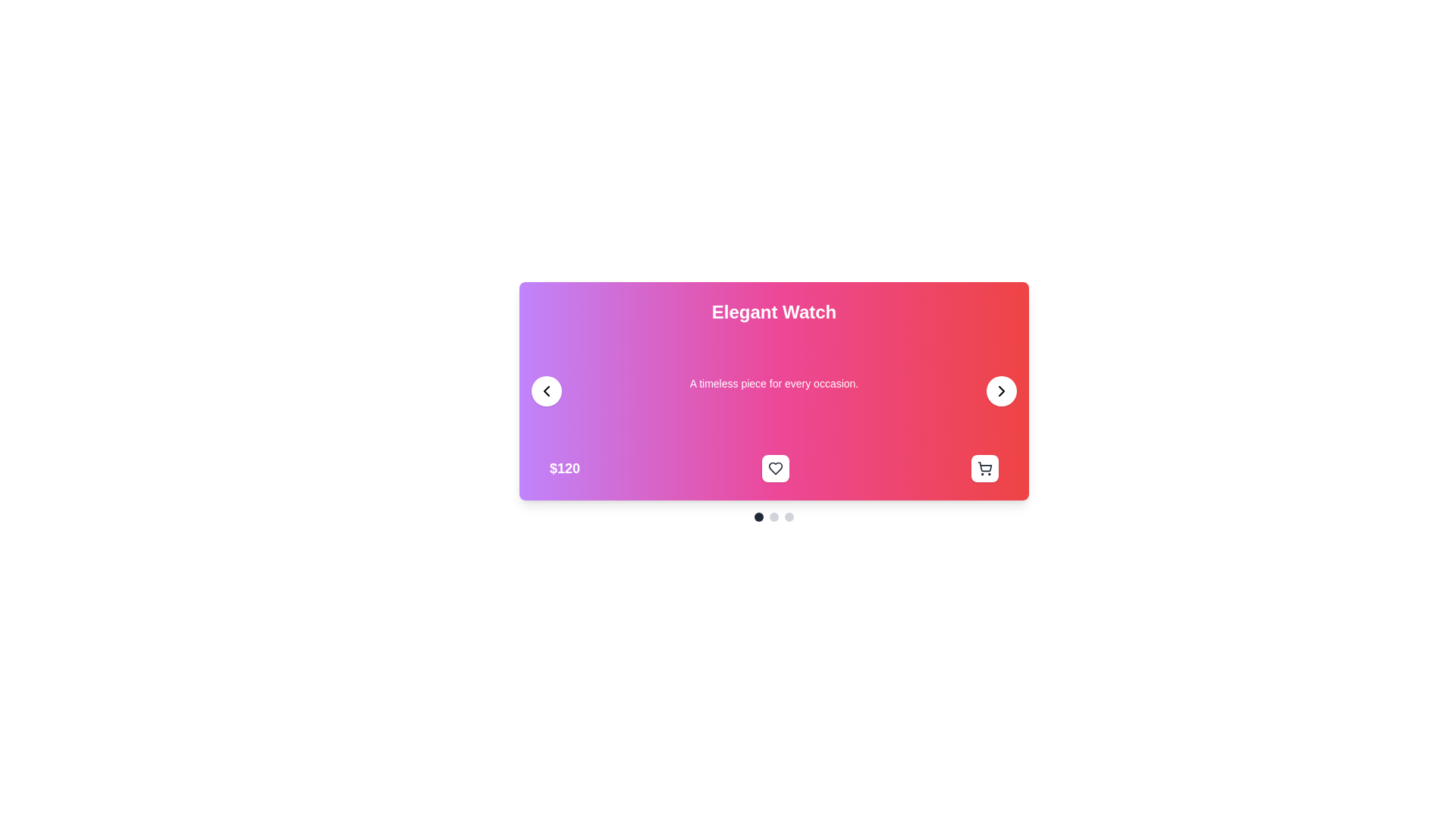  What do you see at coordinates (775, 467) in the screenshot?
I see `the heart icon located within the rounded white button at the bottom-center of the card UI to mark the item as favorite` at bounding box center [775, 467].